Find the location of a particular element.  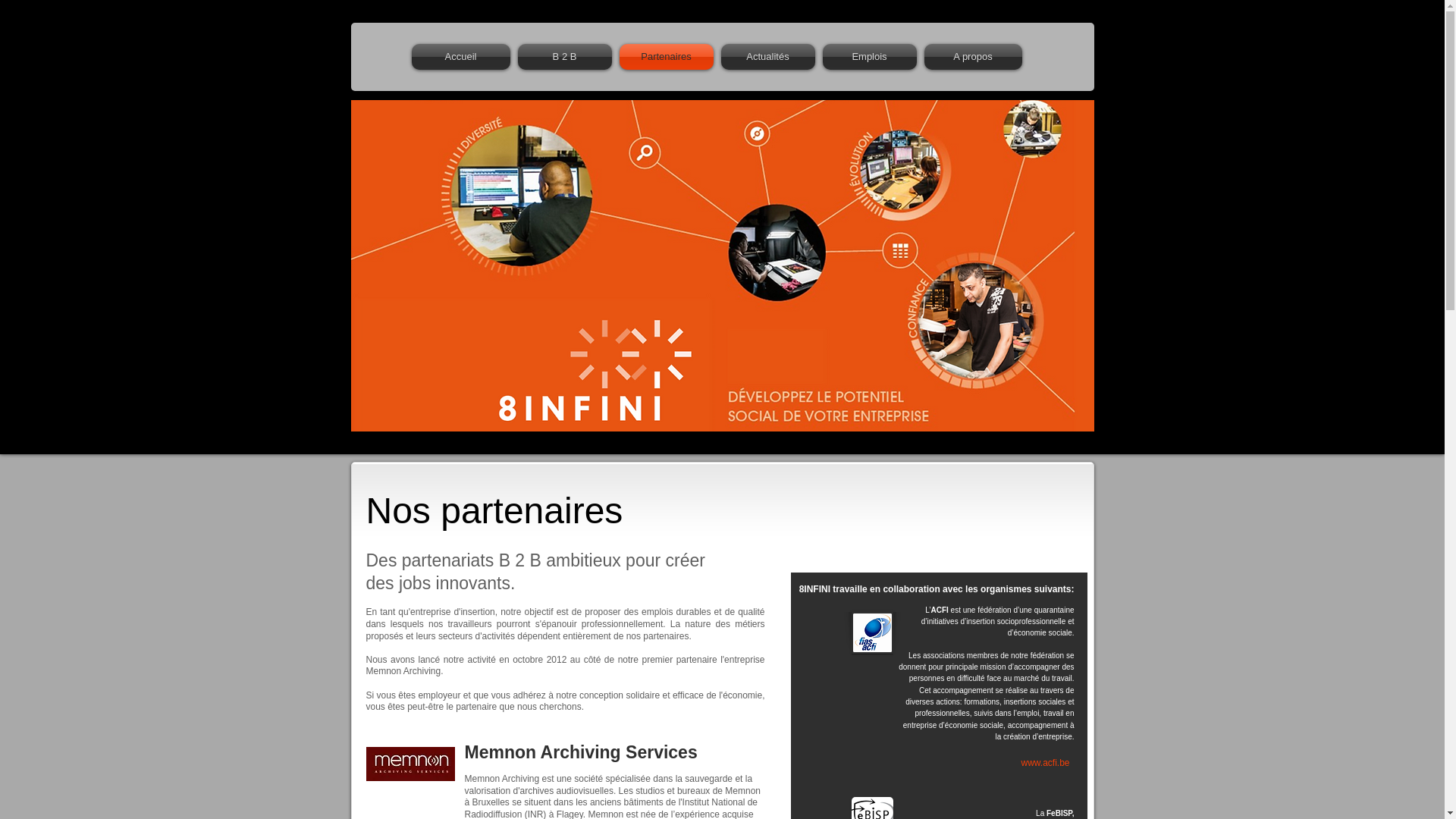

'Emplois' is located at coordinates (870, 55).